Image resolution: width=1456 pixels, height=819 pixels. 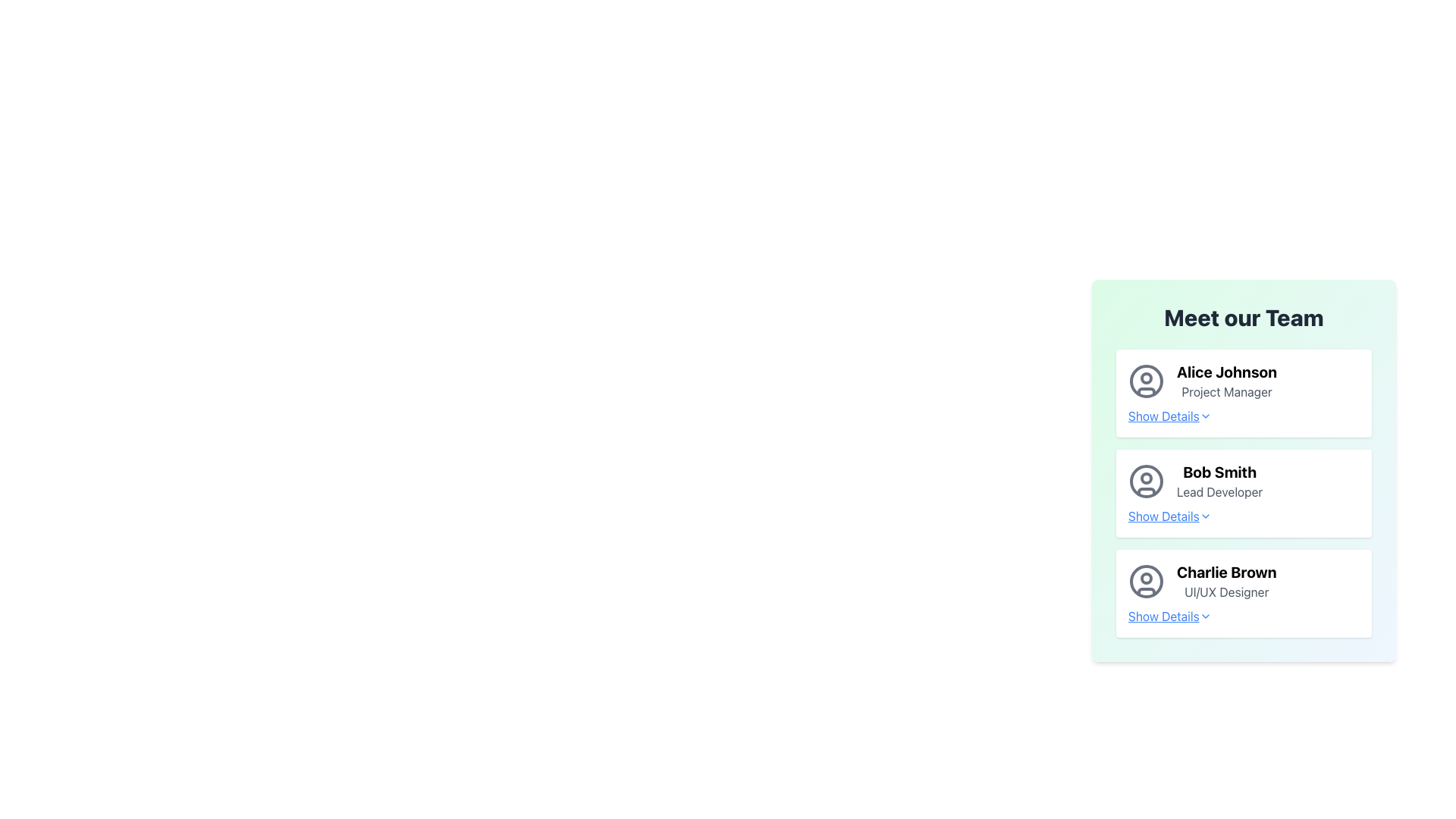 I want to click on the team member label located in the third card under 'Meet our Team', positioned right of the user avatar and above the 'Show Details' link, so click(x=1226, y=581).